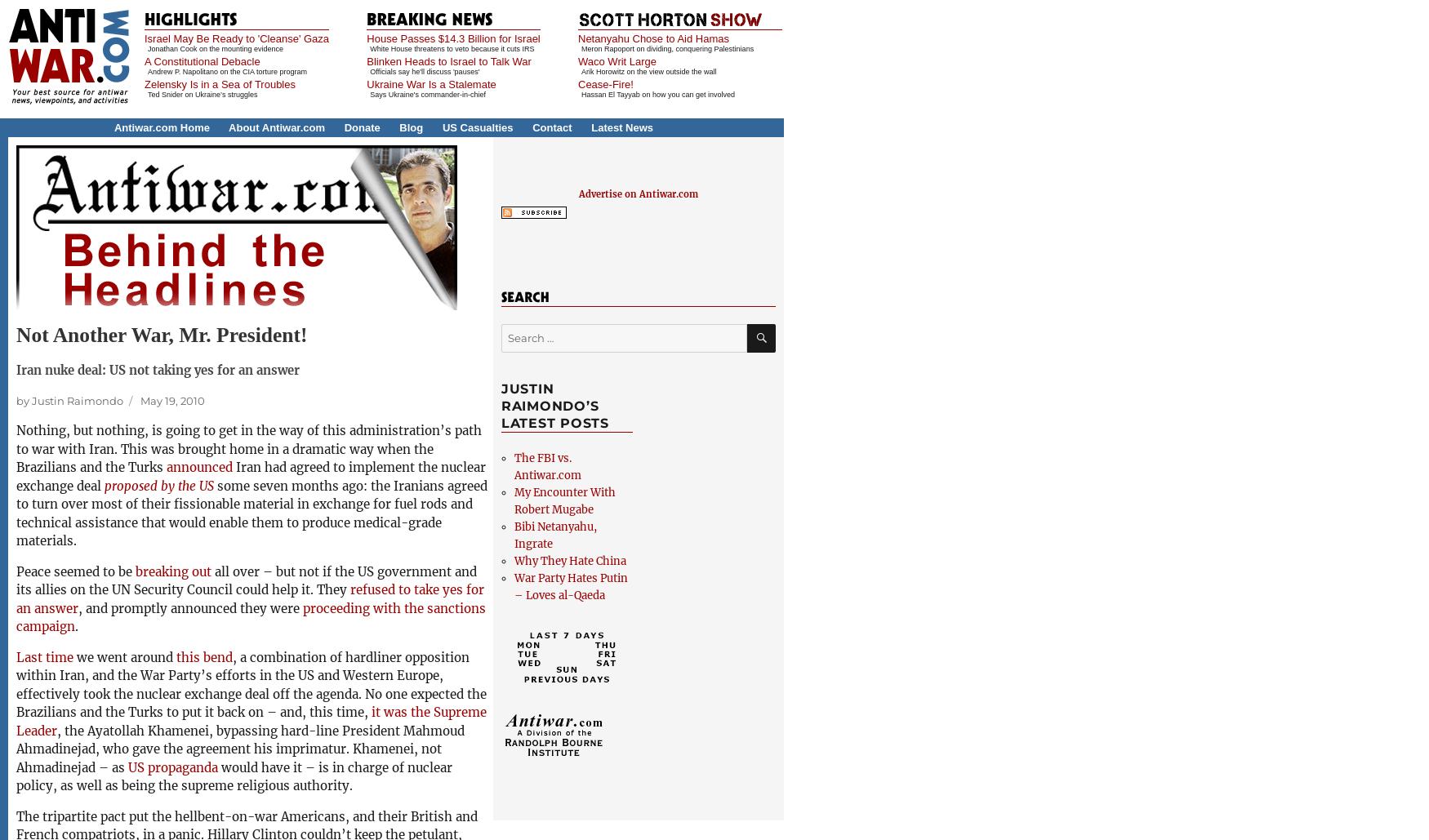 The width and height of the screenshot is (1429, 840). What do you see at coordinates (452, 38) in the screenshot?
I see `'House Passes $14.3 Billion for Israel'` at bounding box center [452, 38].